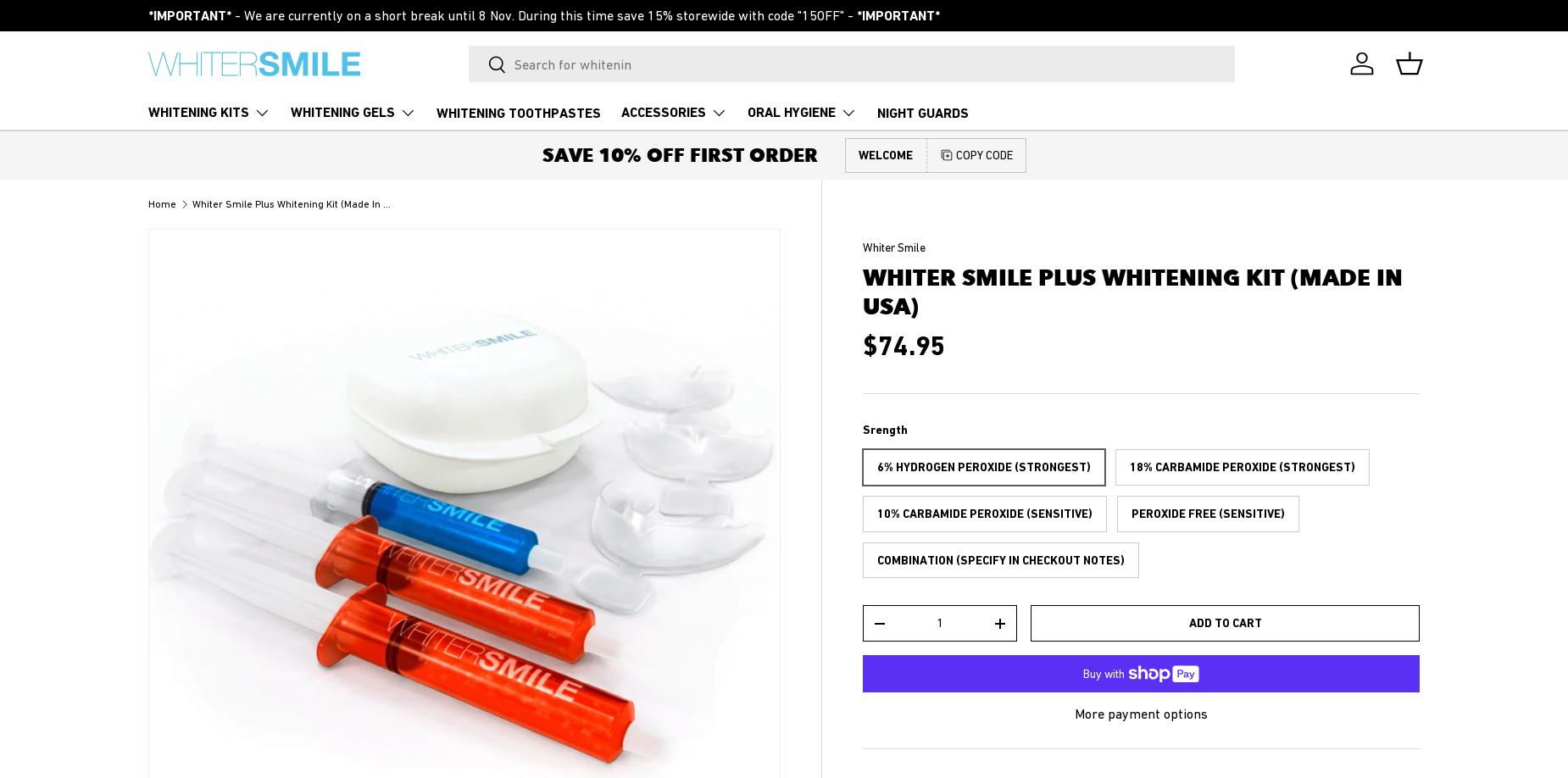 This screenshot has height=778, width=1568. I want to click on 'Whiter Smile Plus Whitening Kit (Made In USA)', so click(297, 202).